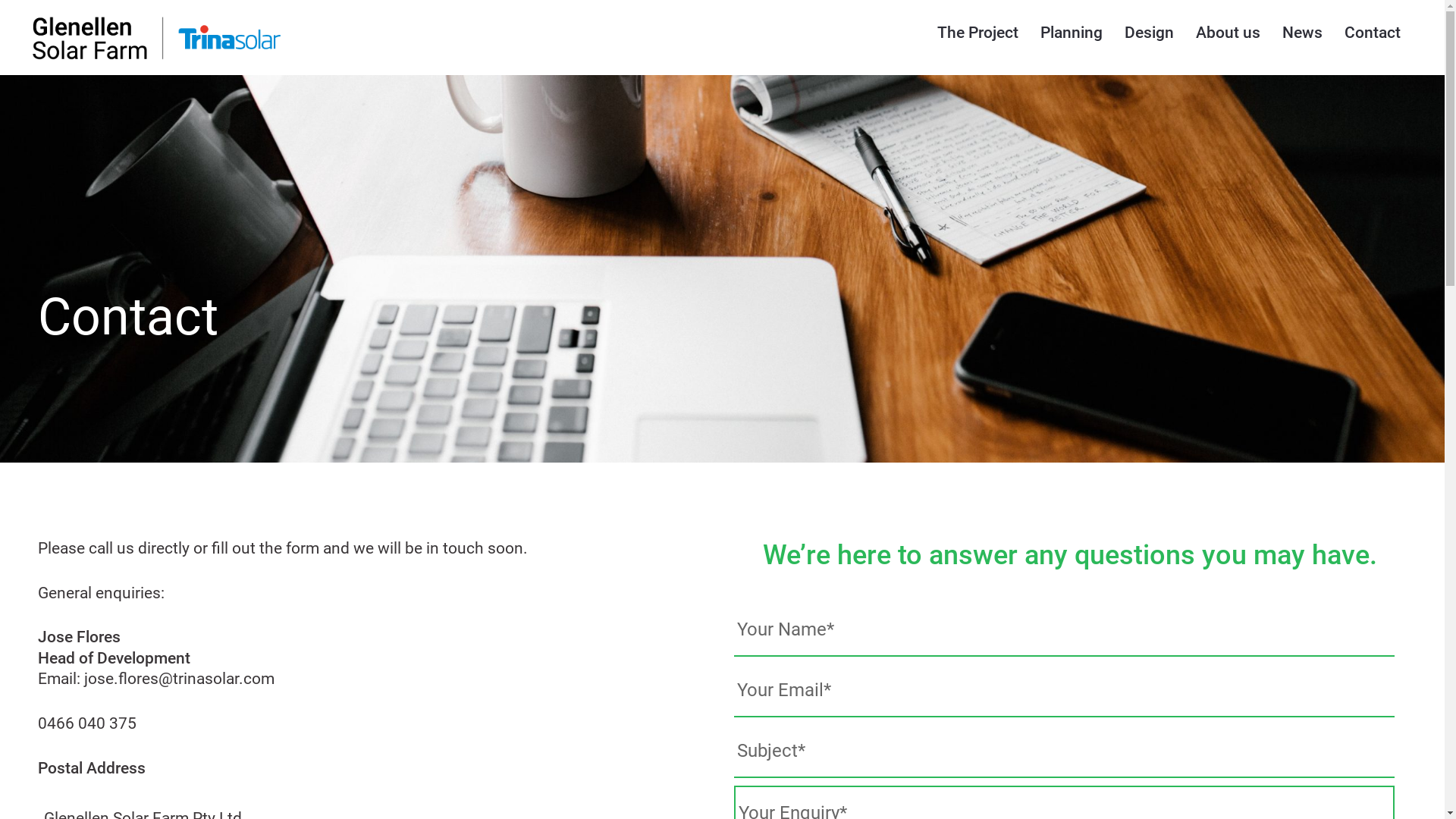 The height and width of the screenshot is (819, 1456). Describe the element at coordinates (1070, 32) in the screenshot. I see `'Planning'` at that location.